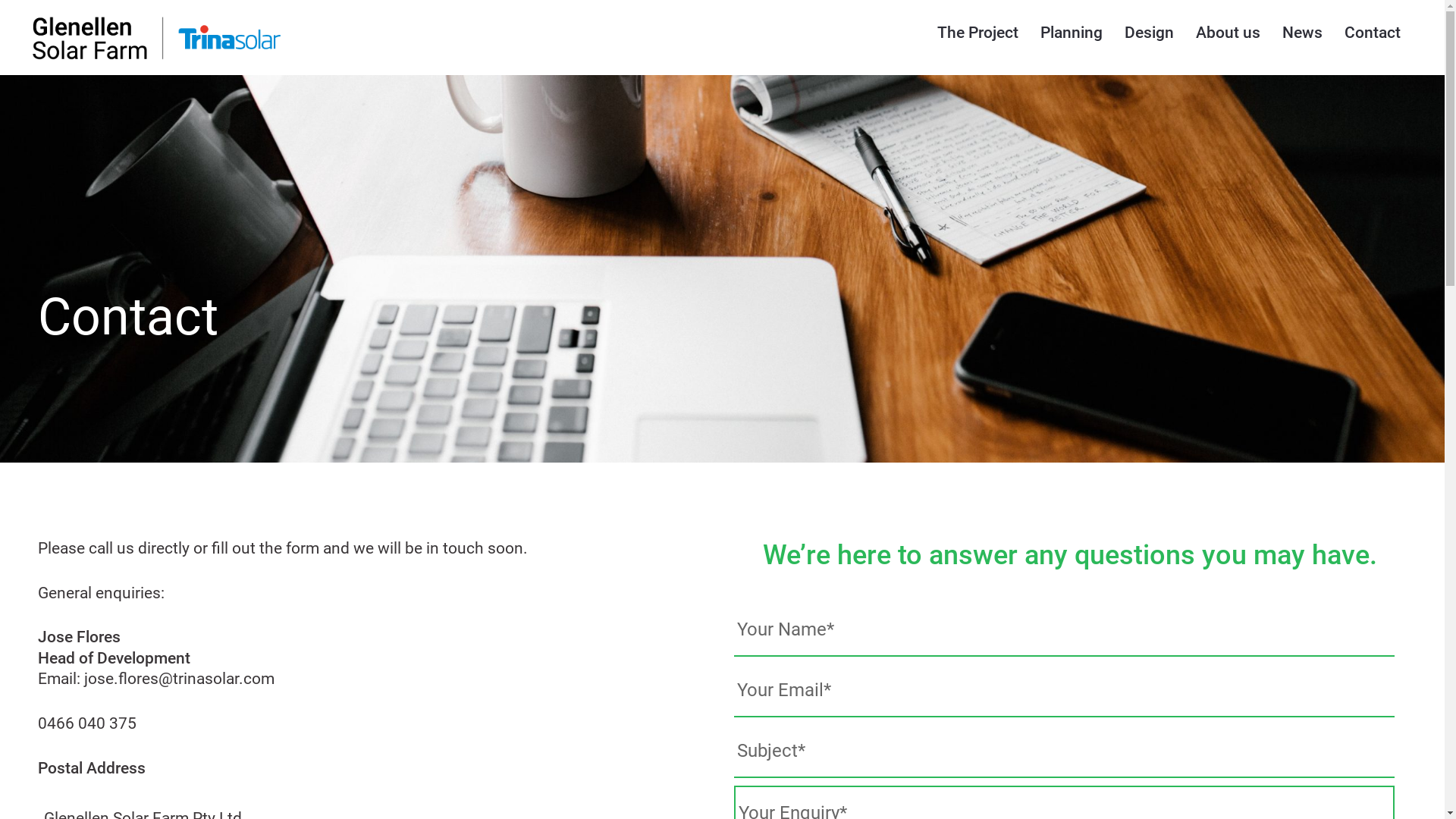 The height and width of the screenshot is (819, 1456). Describe the element at coordinates (1070, 32) in the screenshot. I see `'Planning'` at that location.